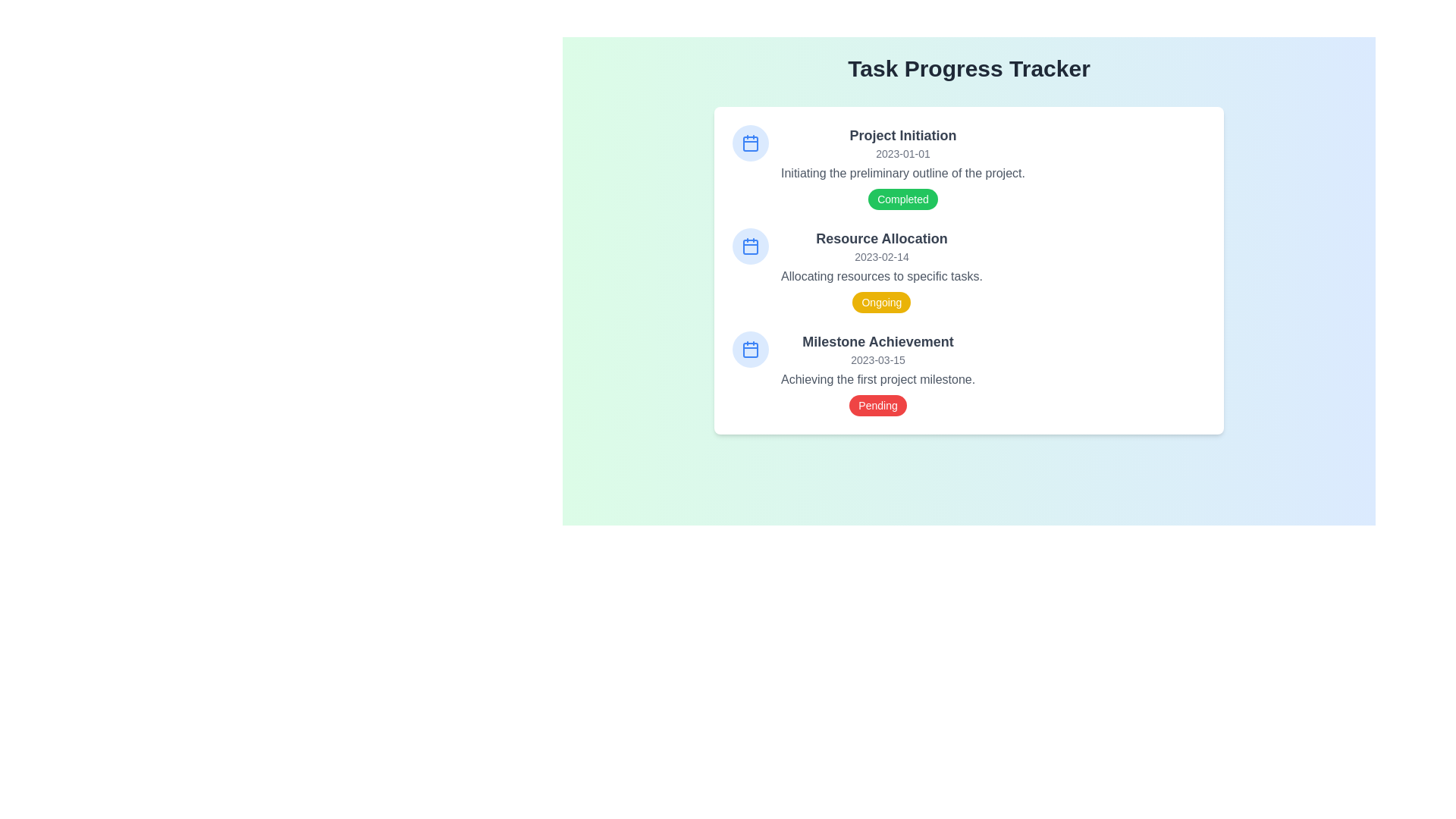 This screenshot has width=1456, height=819. What do you see at coordinates (750, 246) in the screenshot?
I see `the calendar icon that contains the small rectangular shape with rounded corners representing a calendar page` at bounding box center [750, 246].